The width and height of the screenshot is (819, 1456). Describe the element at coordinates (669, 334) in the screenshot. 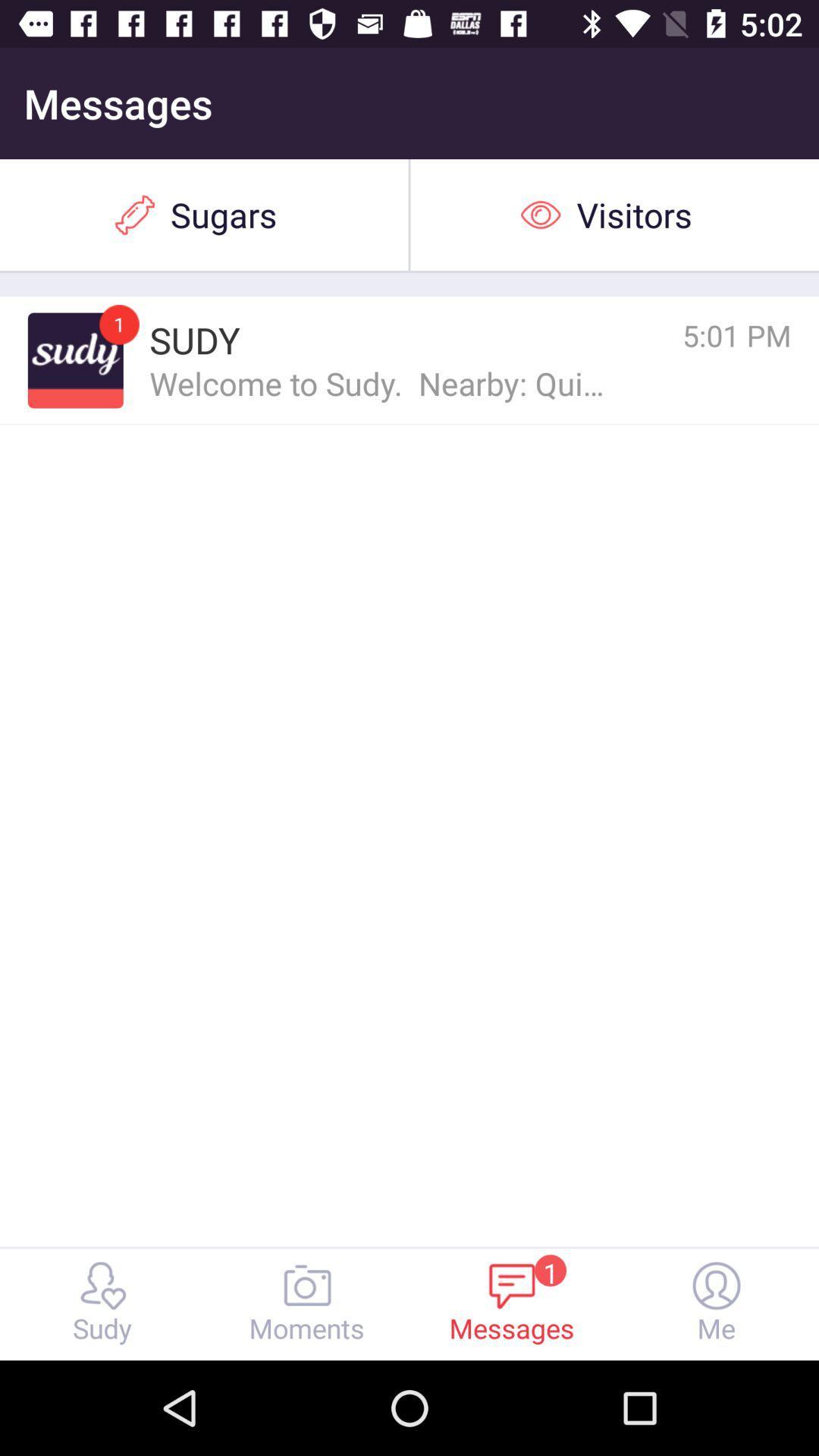

I see `the 5:01 pm icon` at that location.